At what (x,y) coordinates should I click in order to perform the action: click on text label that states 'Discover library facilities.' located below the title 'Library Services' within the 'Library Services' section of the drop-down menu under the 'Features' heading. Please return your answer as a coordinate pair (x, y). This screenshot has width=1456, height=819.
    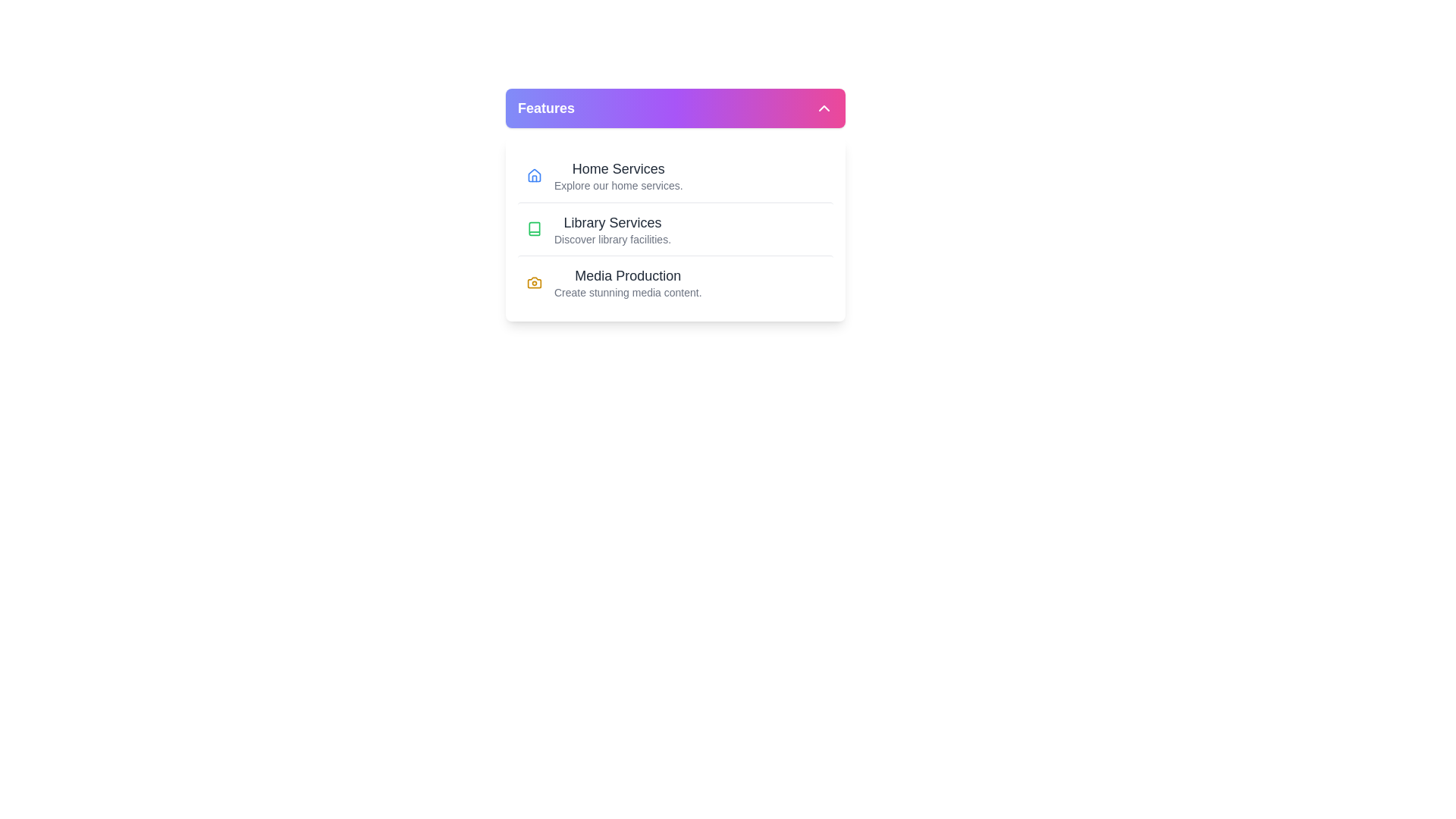
    Looking at the image, I should click on (612, 239).